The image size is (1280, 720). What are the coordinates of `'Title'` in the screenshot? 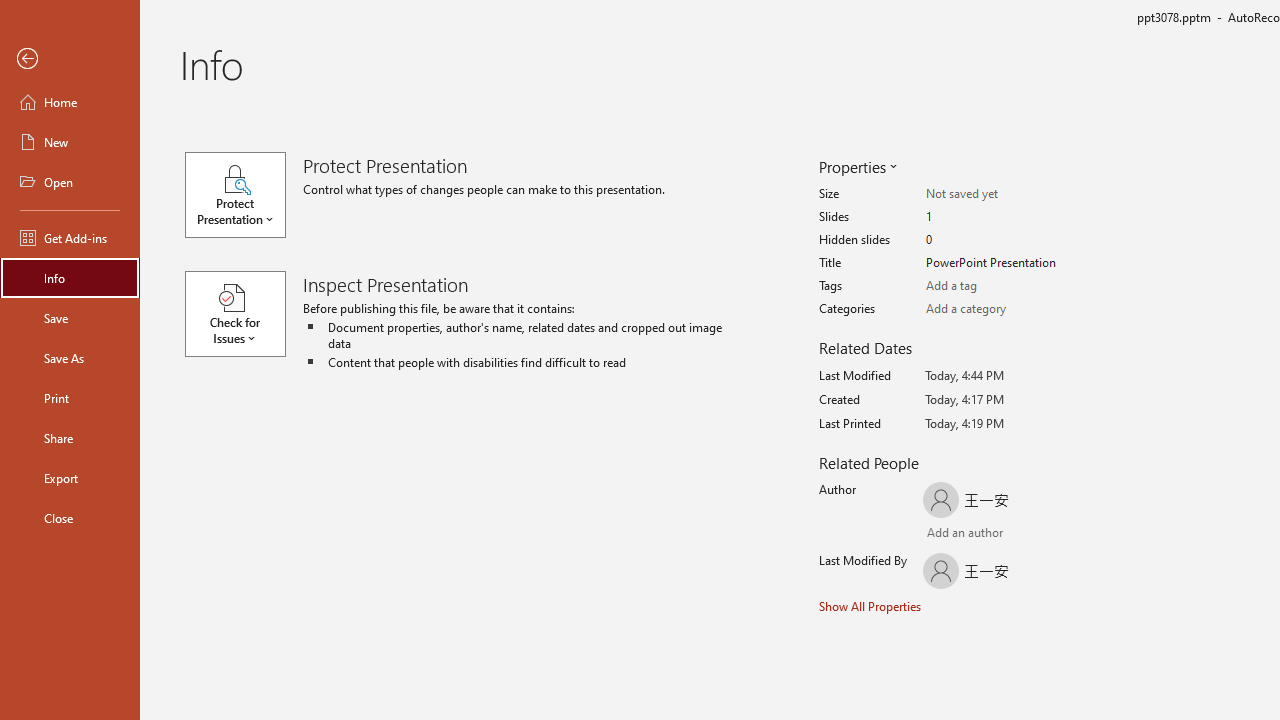 It's located at (1004, 262).